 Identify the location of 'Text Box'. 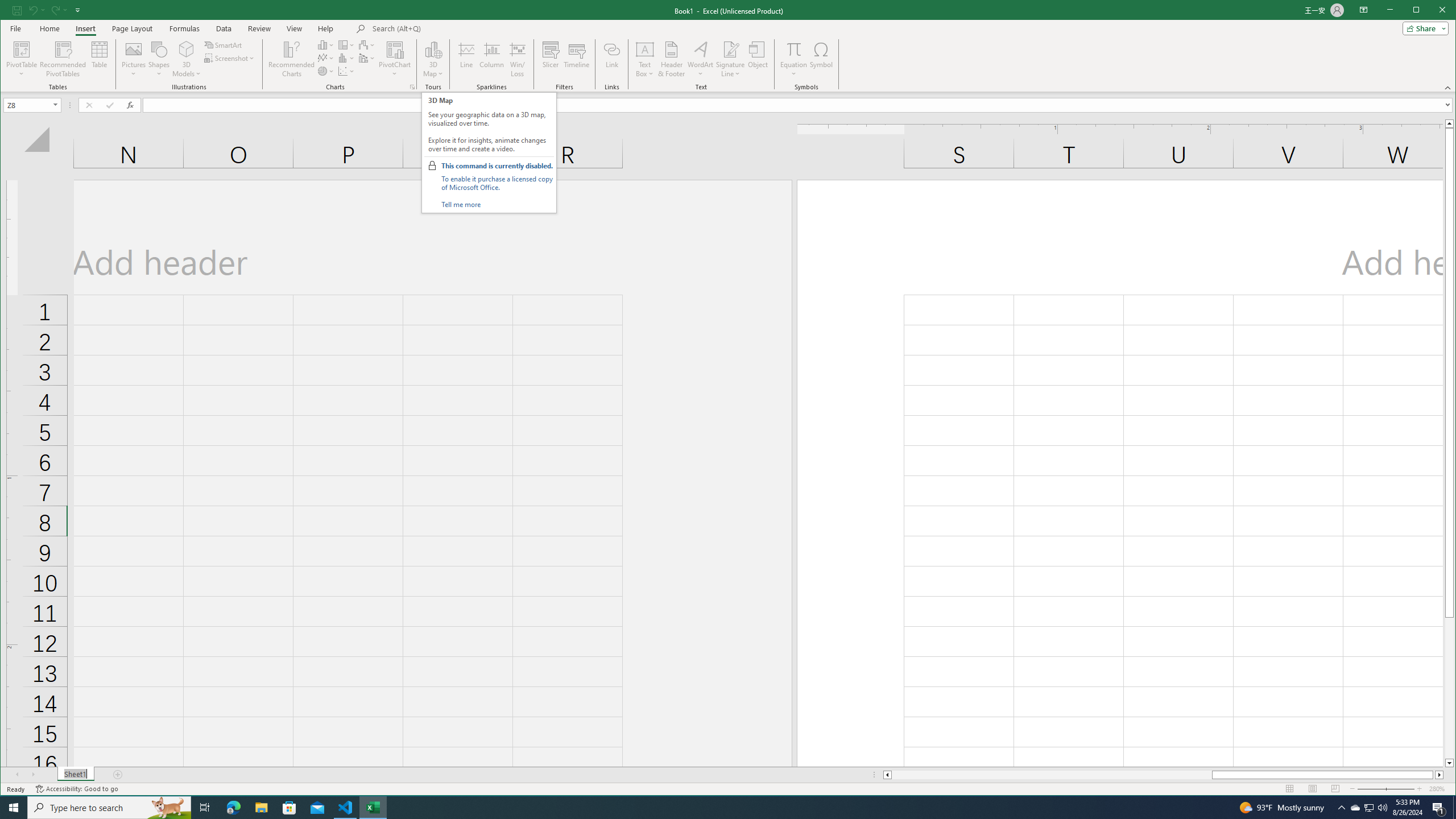
(644, 59).